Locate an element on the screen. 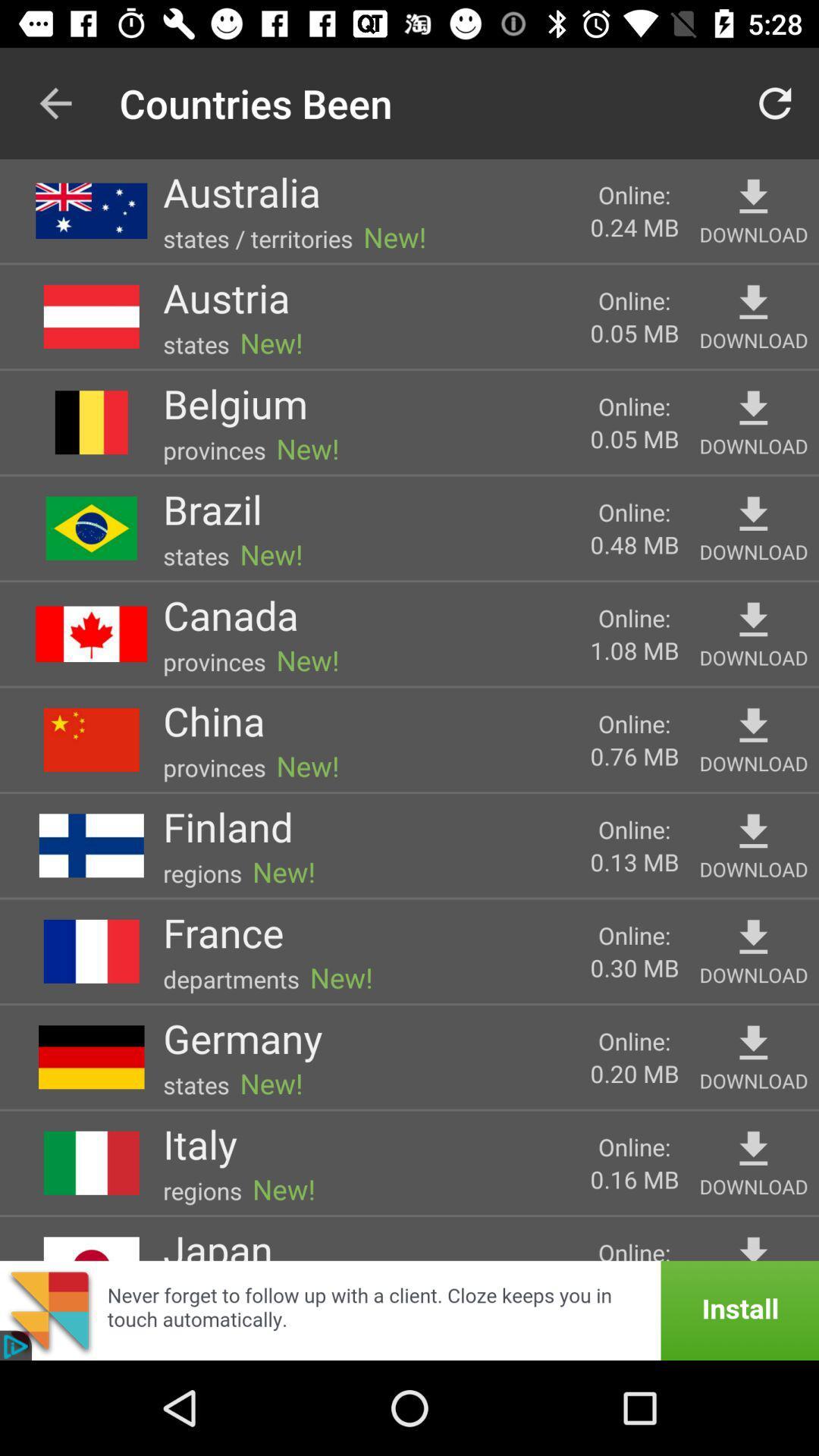 The width and height of the screenshot is (819, 1456). the icon above the new! is located at coordinates (235, 403).